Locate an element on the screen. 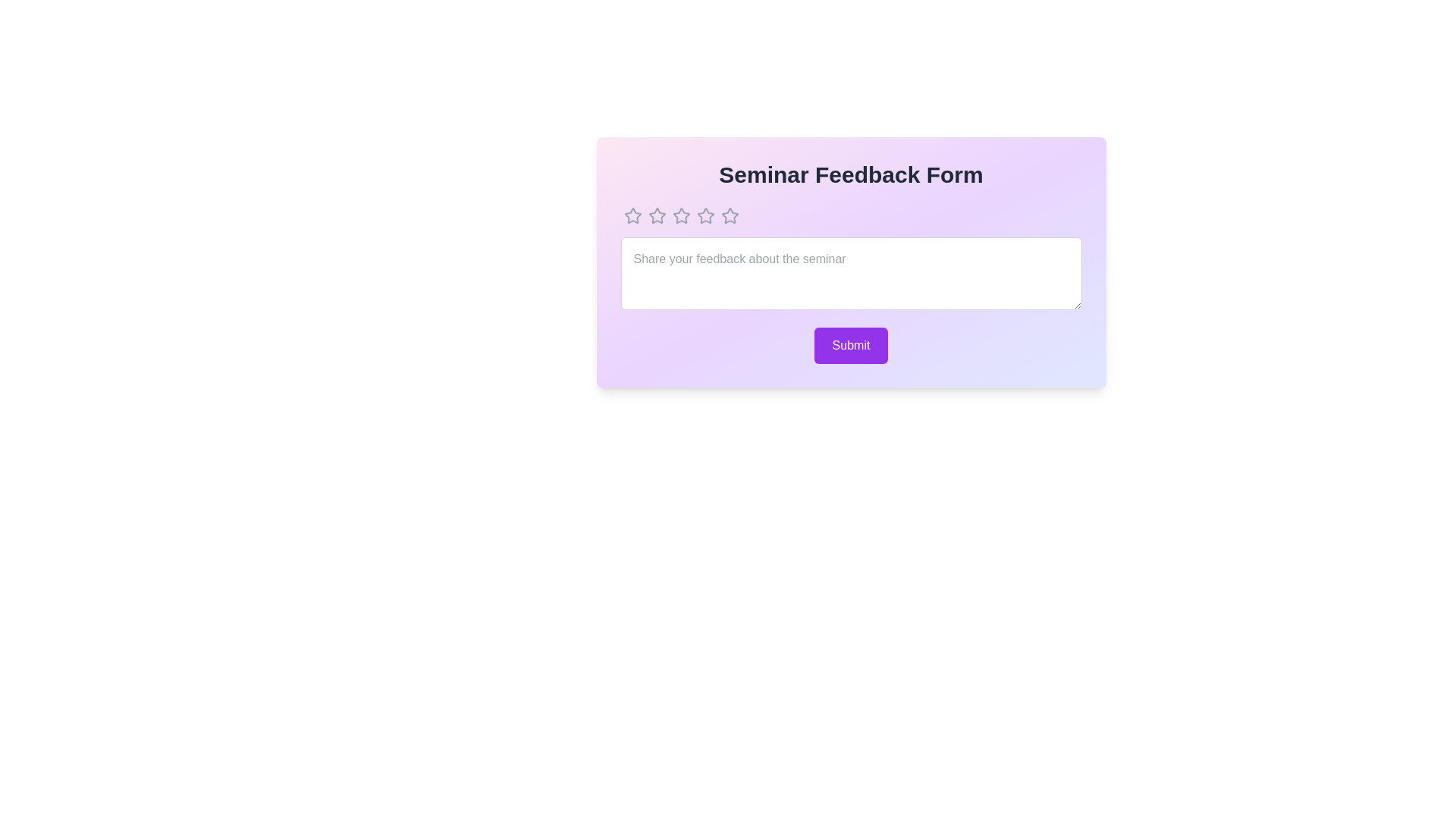  the star to set the rating to 5 stars is located at coordinates (730, 216).